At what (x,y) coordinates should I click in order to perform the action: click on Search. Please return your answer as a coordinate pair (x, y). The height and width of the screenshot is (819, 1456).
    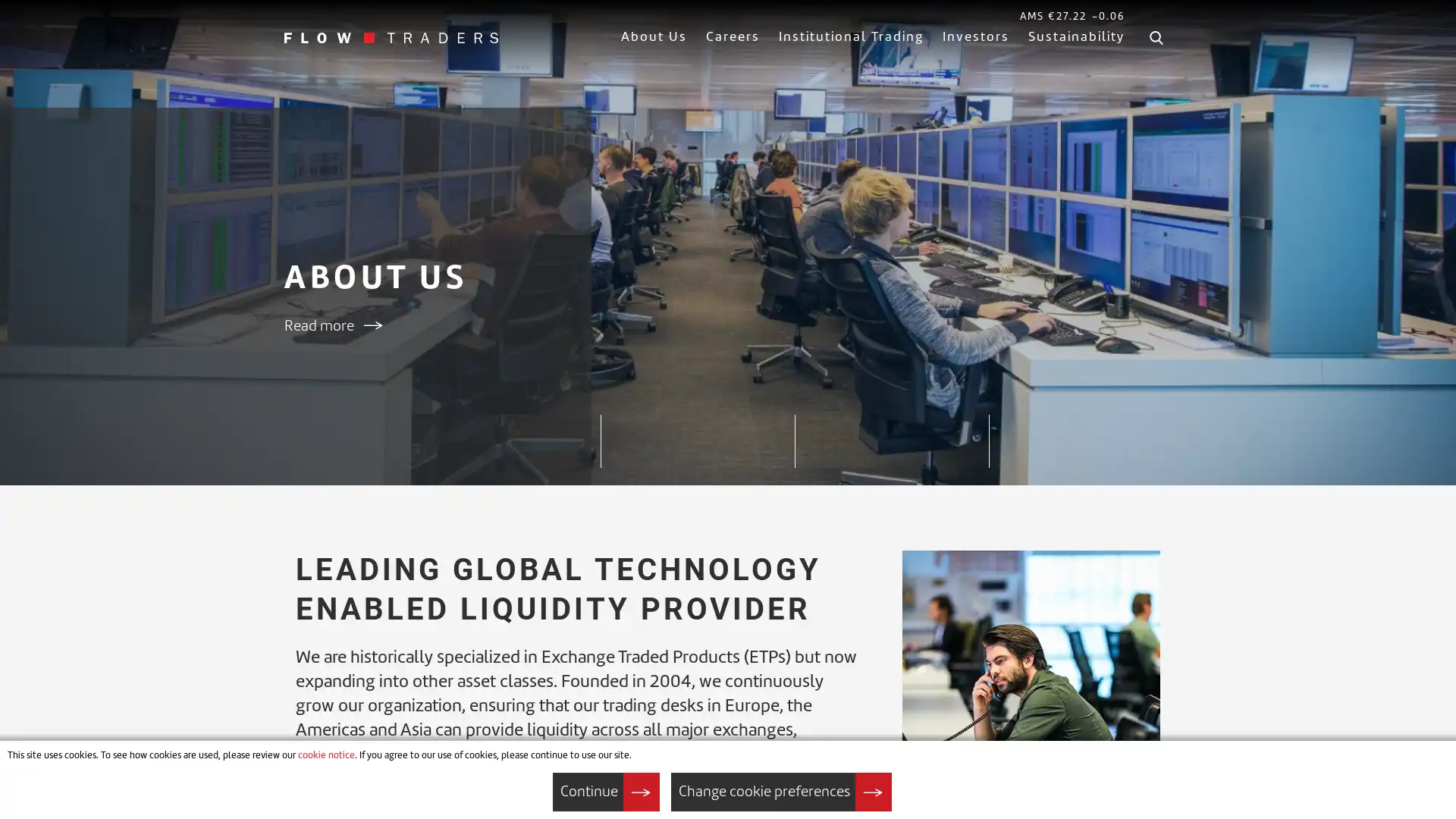
    Looking at the image, I should click on (1156, 37).